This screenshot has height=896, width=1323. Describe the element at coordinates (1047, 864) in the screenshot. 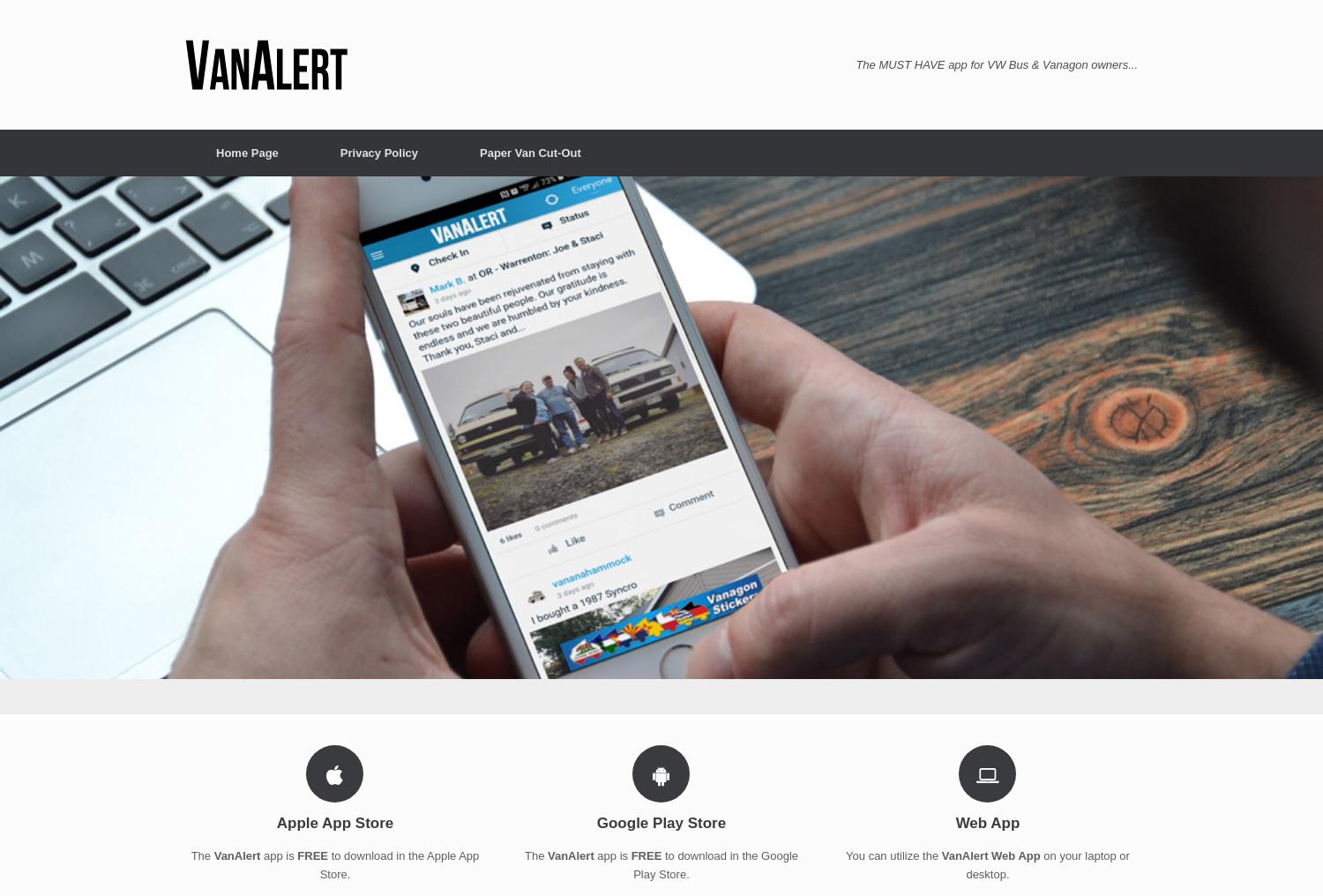

I see `'on your laptop or desktop.'` at that location.